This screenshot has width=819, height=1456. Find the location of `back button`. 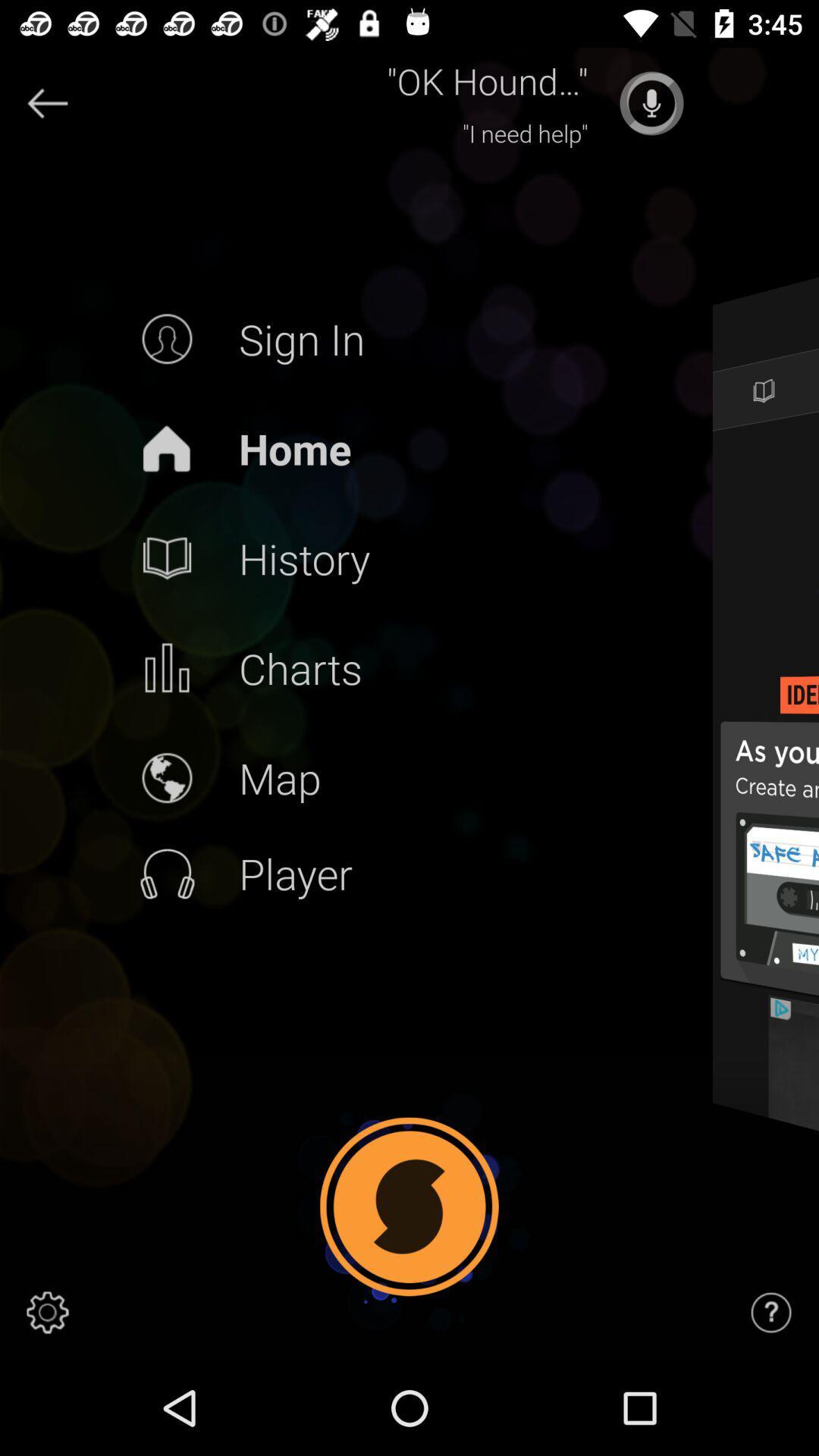

back button is located at coordinates (46, 102).